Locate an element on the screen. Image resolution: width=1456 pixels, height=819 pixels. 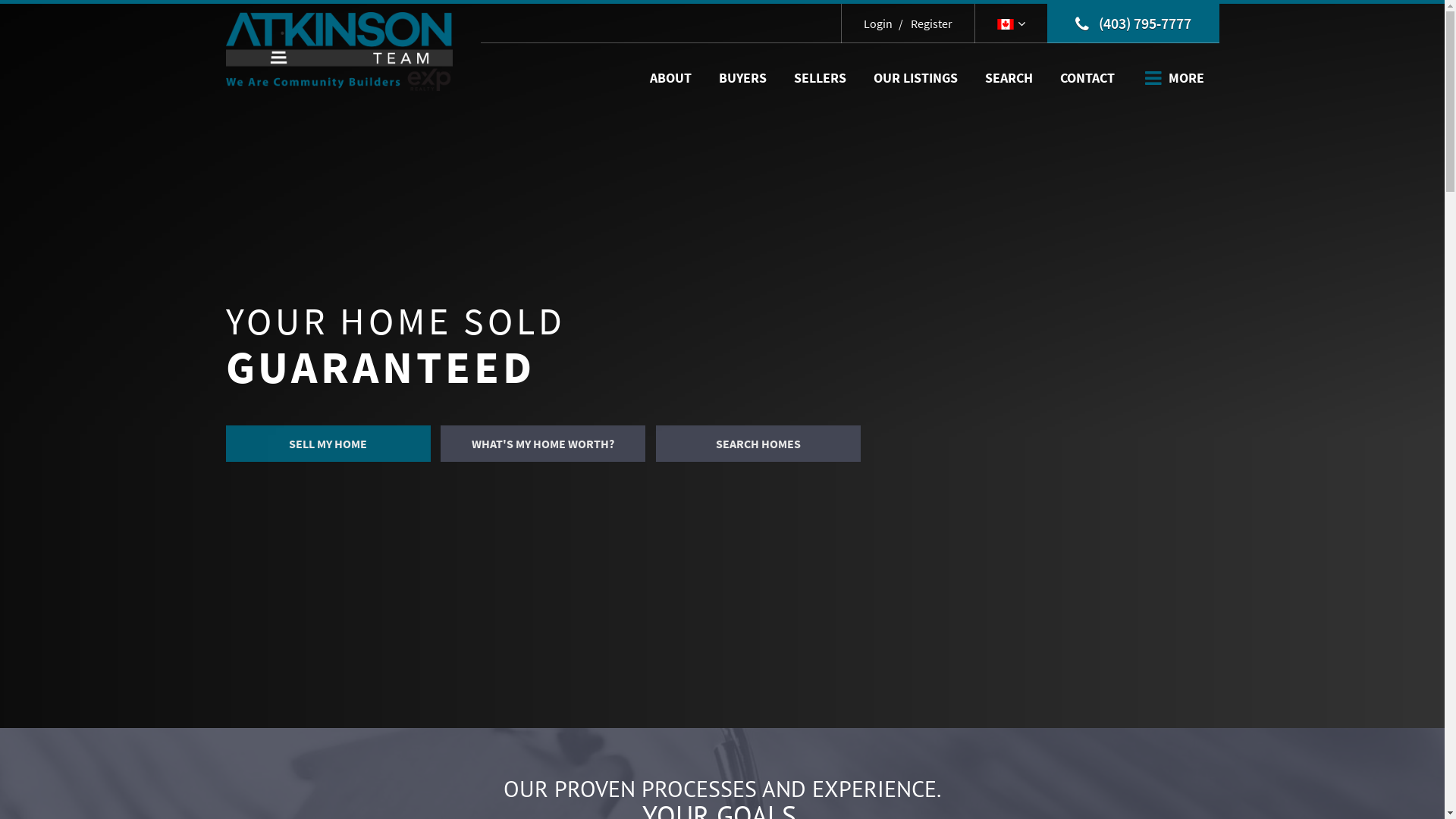
'MORE' is located at coordinates (1174, 78).